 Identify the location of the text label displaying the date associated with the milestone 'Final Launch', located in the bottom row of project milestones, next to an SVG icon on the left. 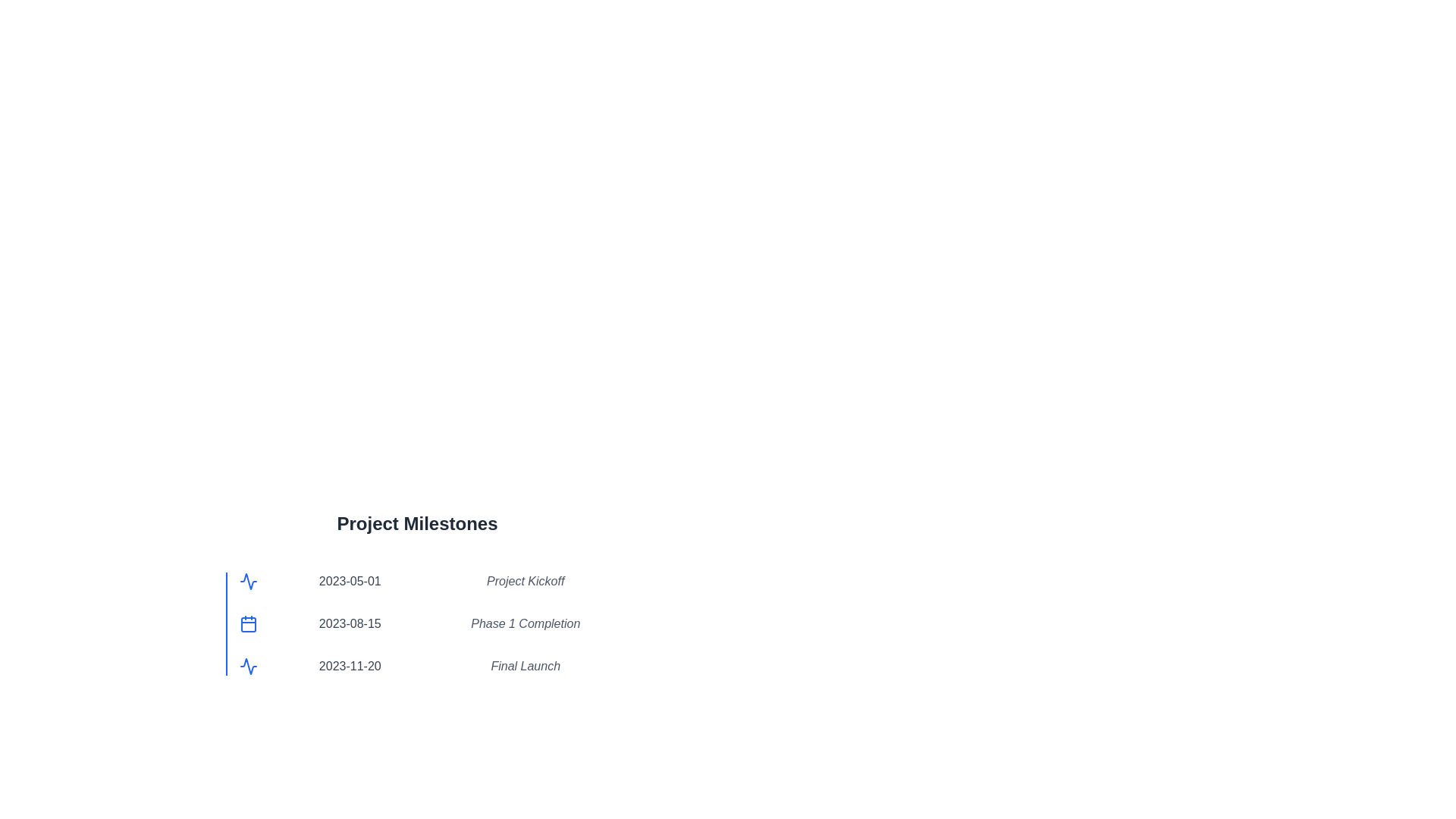
(349, 666).